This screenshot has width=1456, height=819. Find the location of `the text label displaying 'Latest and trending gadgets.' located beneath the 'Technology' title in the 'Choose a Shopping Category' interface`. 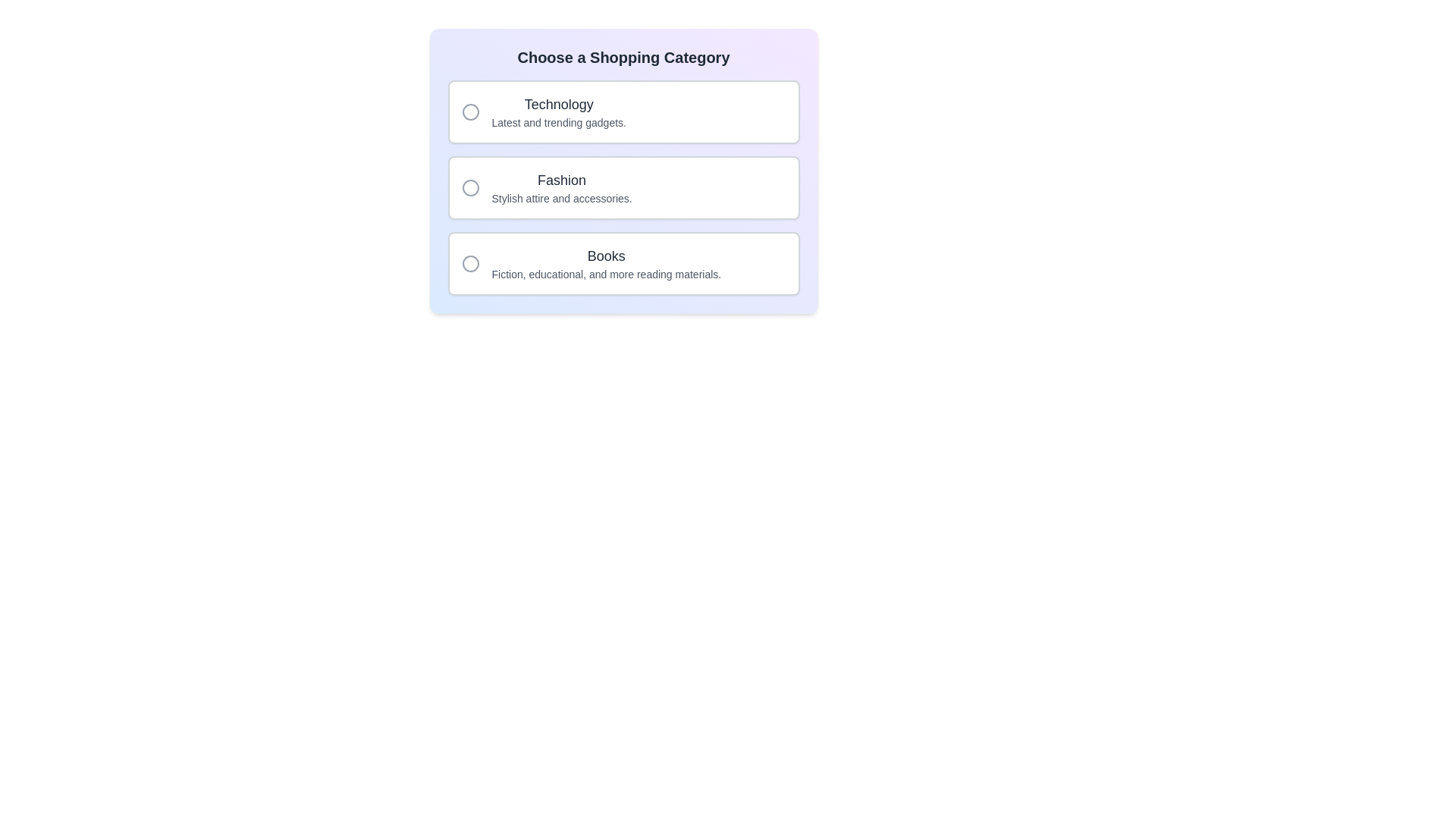

the text label displaying 'Latest and trending gadgets.' located beneath the 'Technology' title in the 'Choose a Shopping Category' interface is located at coordinates (558, 122).